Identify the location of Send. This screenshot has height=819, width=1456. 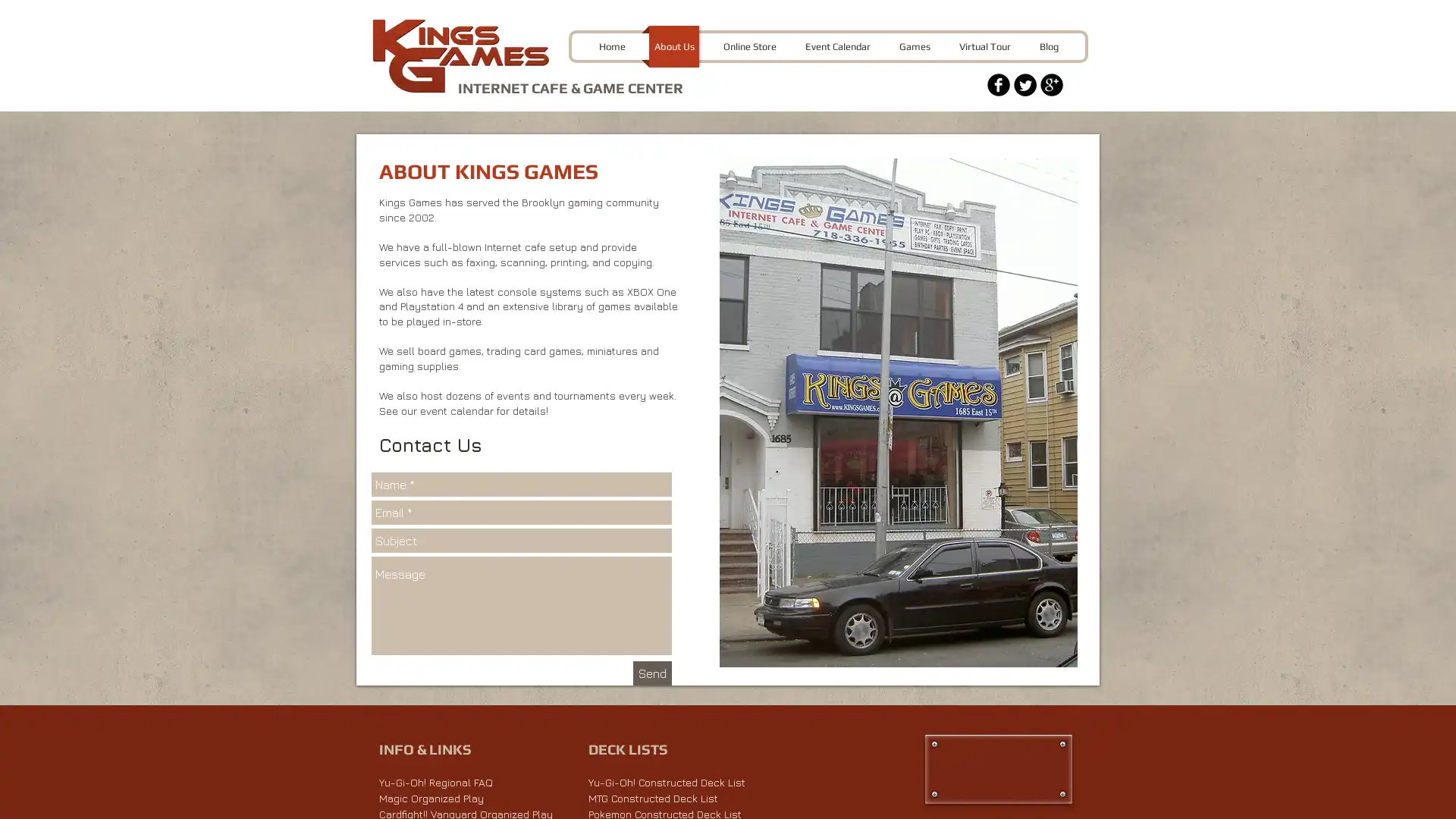
(652, 672).